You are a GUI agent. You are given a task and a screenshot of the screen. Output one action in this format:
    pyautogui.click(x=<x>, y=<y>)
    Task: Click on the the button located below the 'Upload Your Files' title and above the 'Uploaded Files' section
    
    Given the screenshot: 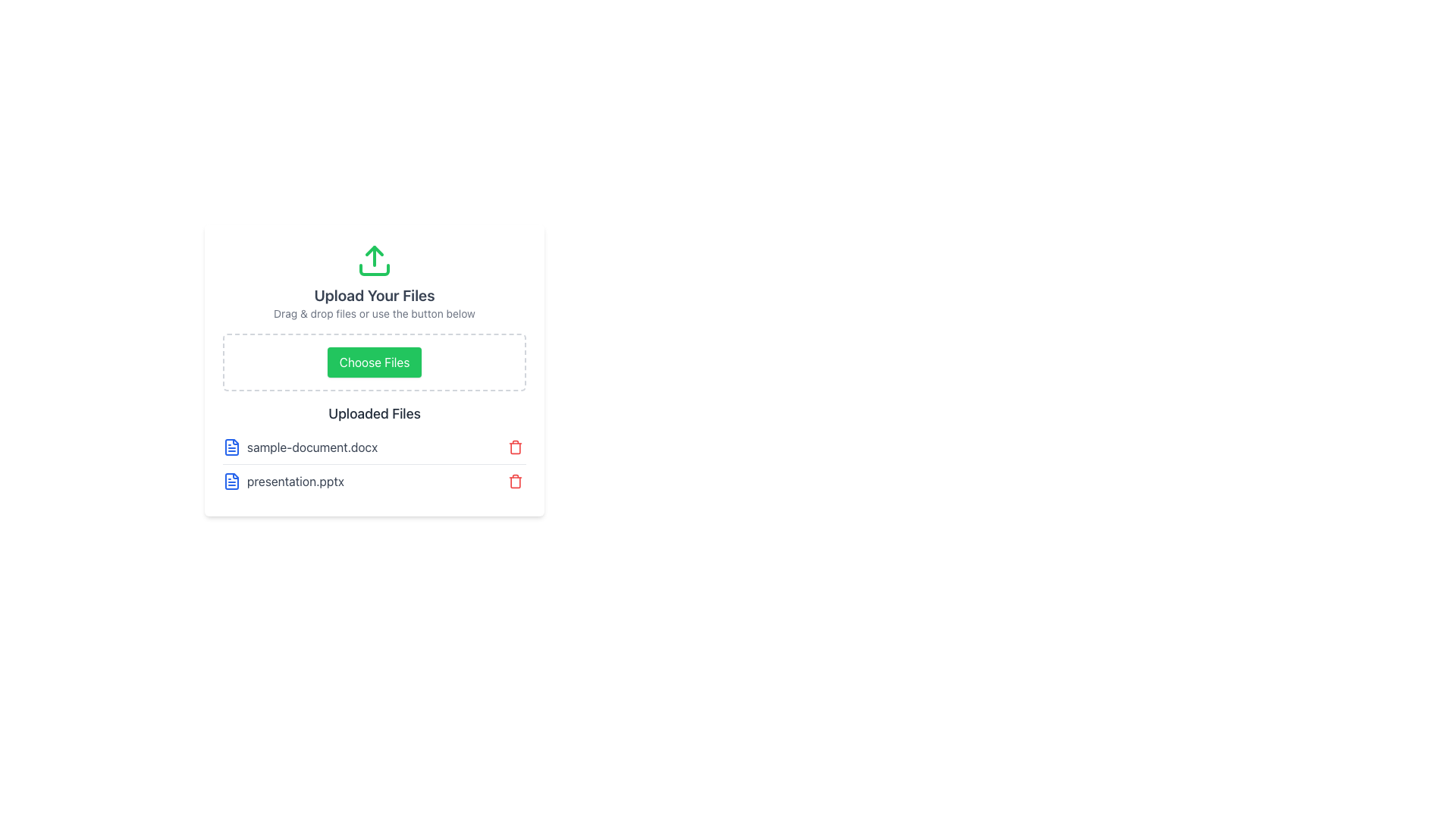 What is the action you would take?
    pyautogui.click(x=375, y=370)
    